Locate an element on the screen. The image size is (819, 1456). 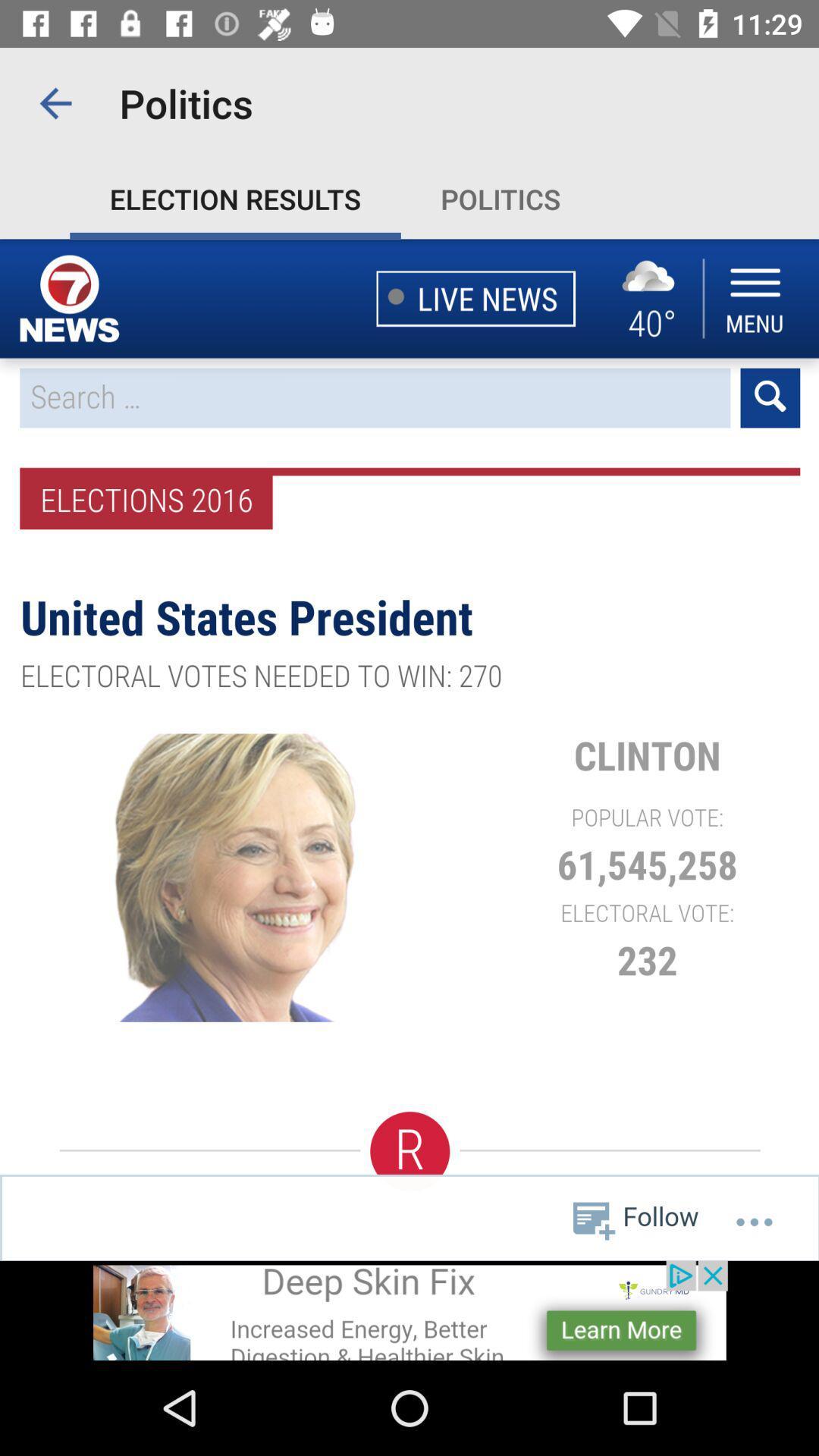
advertisement website is located at coordinates (409, 1310).